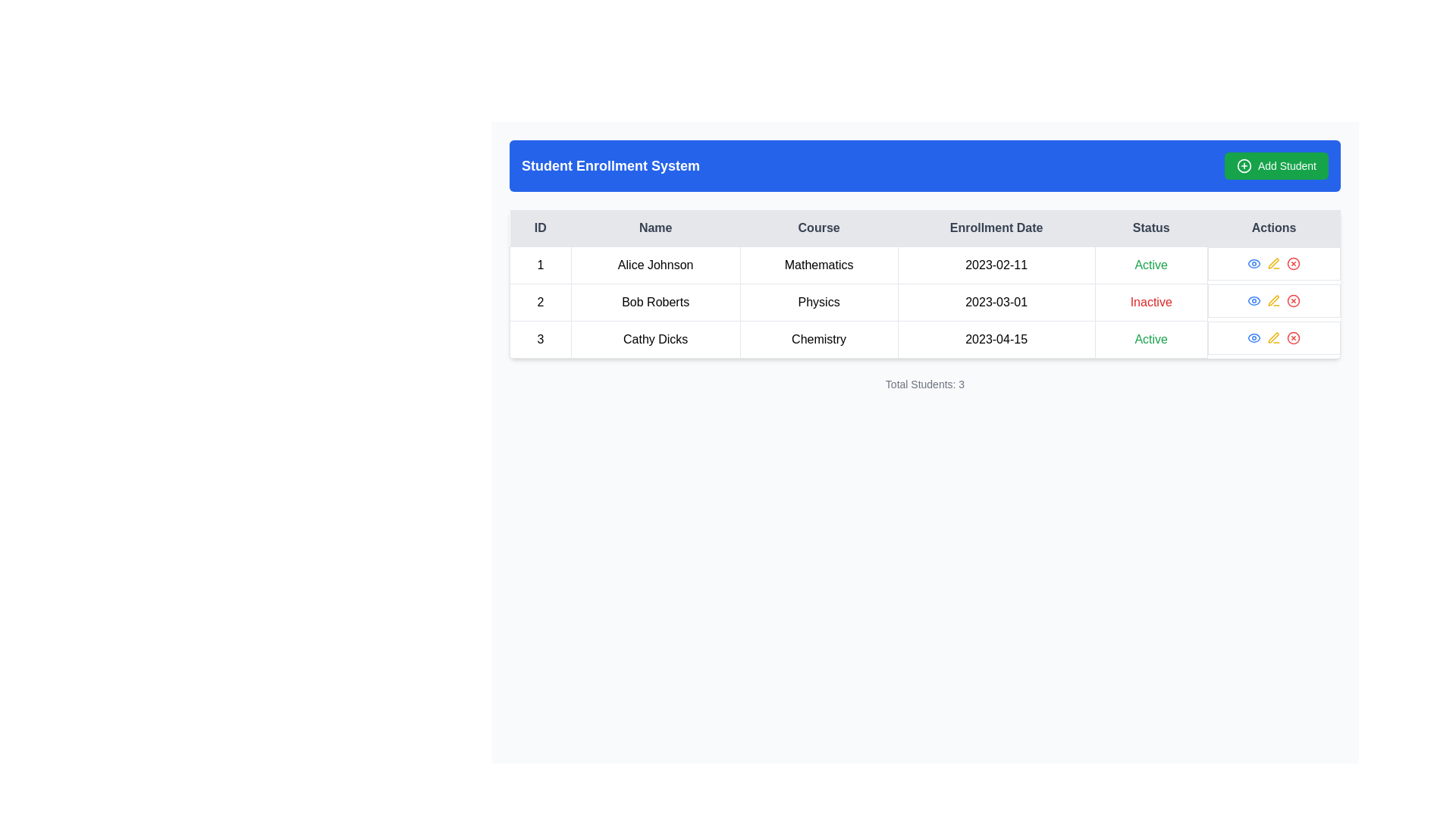 The image size is (1456, 819). What do you see at coordinates (996, 338) in the screenshot?
I see `the static text field displaying the date '2023-04-15' in the fourth column (Enrollment Date) of the third row associated with 'Cathy Dicks' in the table` at bounding box center [996, 338].